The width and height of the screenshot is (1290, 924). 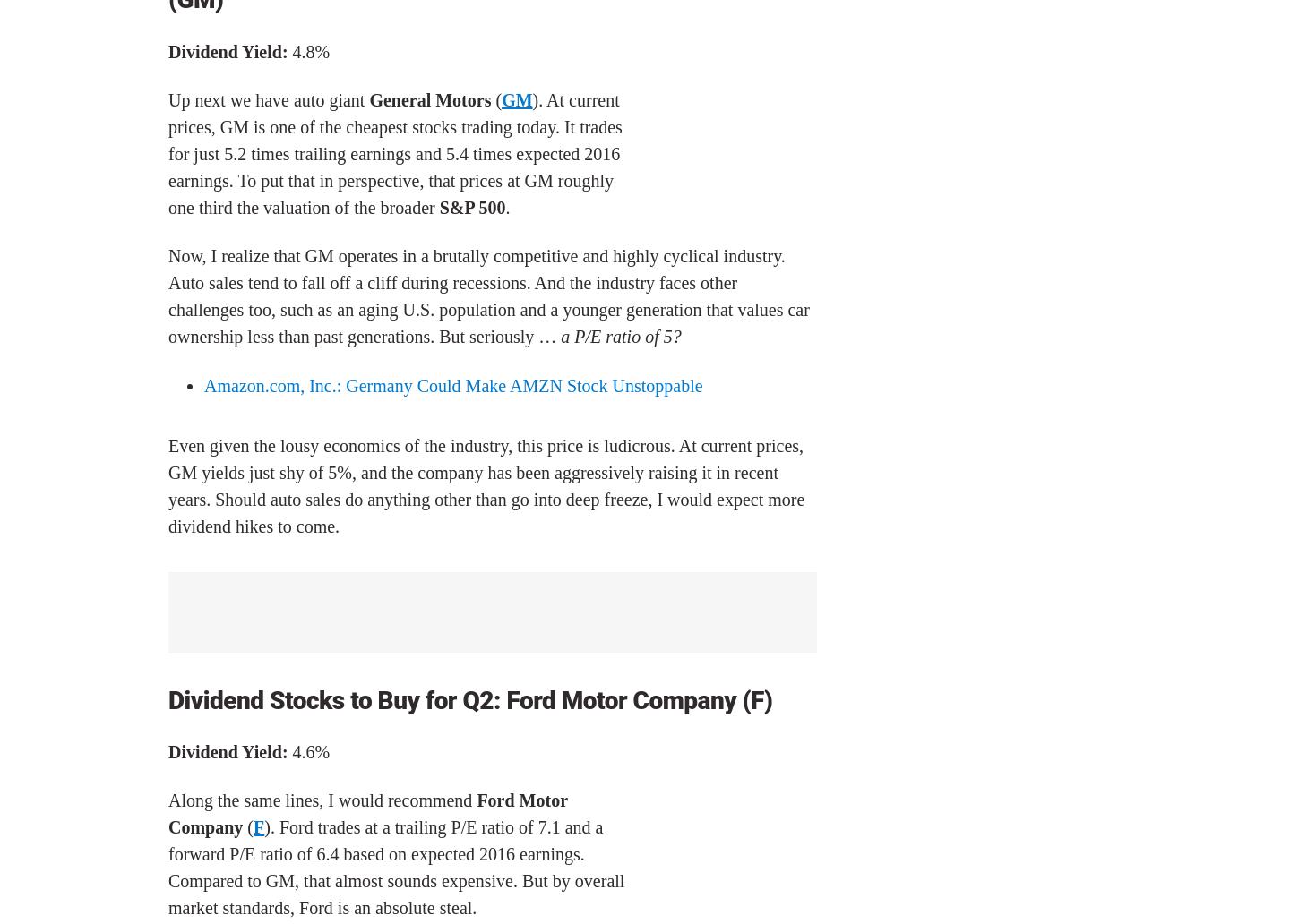 I want to click on 'Ford Motor Company', so click(x=366, y=812).